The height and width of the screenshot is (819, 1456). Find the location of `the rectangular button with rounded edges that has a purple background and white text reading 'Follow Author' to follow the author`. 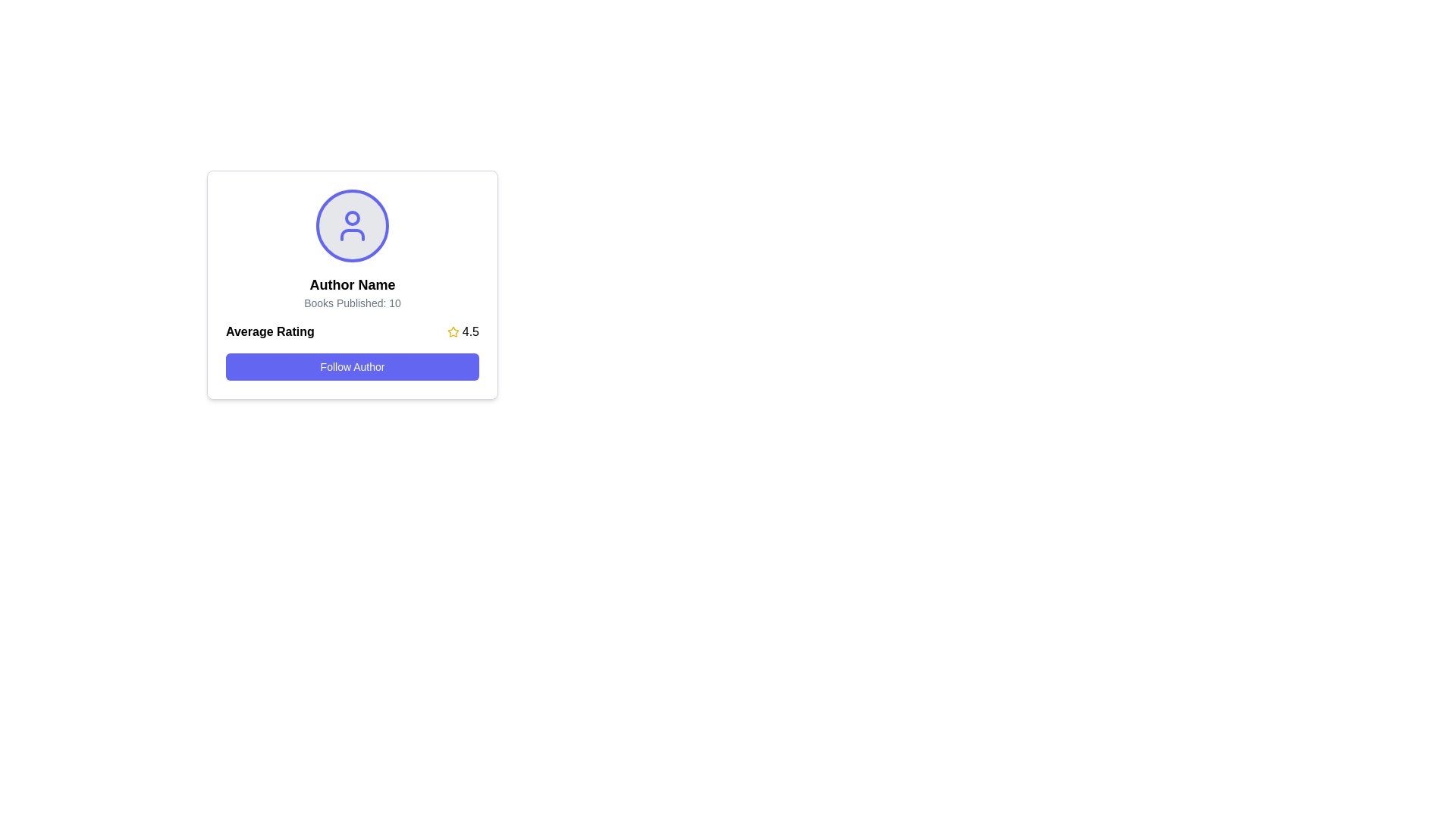

the rectangular button with rounded edges that has a purple background and white text reading 'Follow Author' to follow the author is located at coordinates (352, 366).